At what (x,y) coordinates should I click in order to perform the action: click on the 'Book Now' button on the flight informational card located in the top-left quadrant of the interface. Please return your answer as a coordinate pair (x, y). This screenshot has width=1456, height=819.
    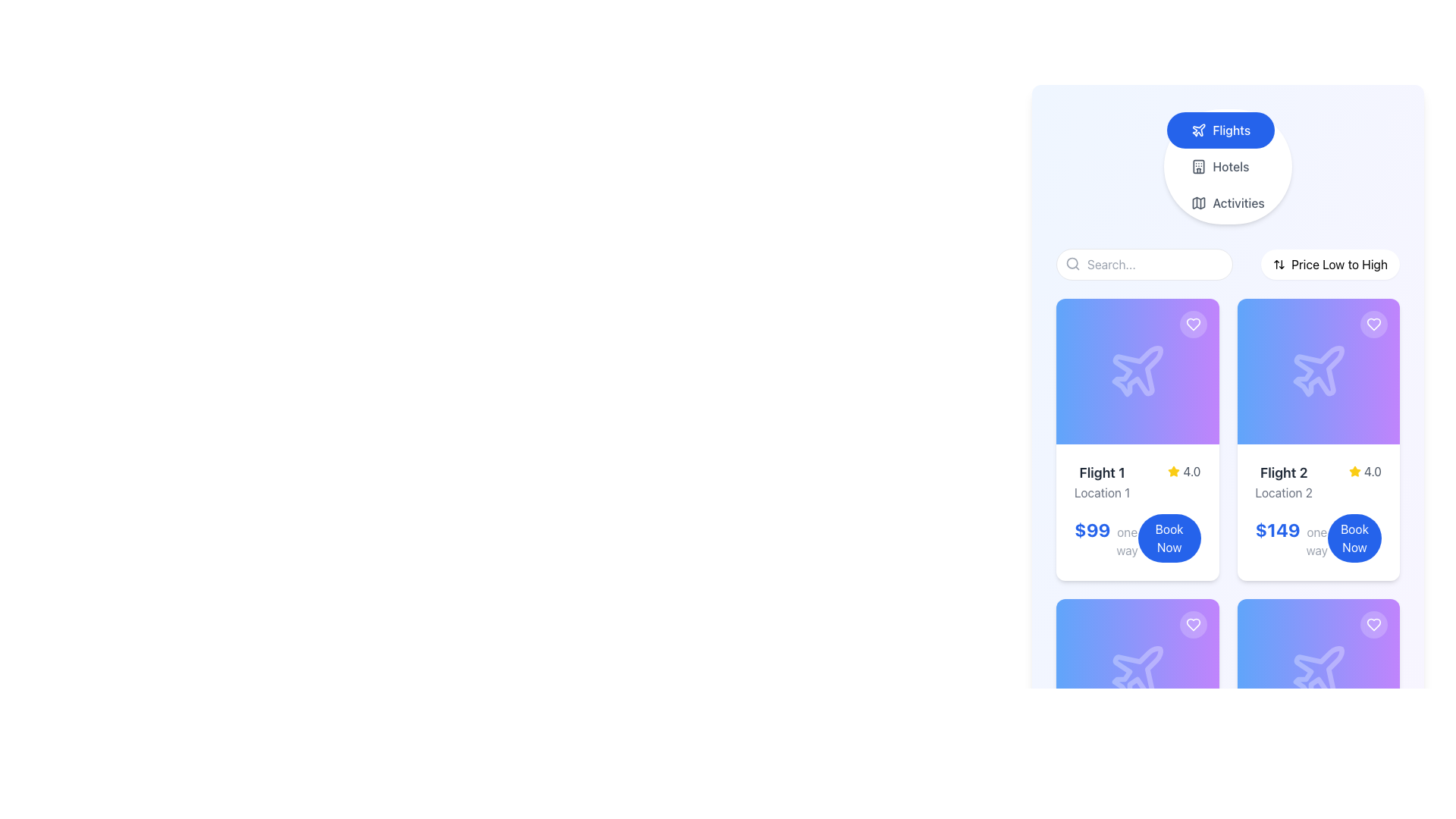
    Looking at the image, I should click on (1137, 512).